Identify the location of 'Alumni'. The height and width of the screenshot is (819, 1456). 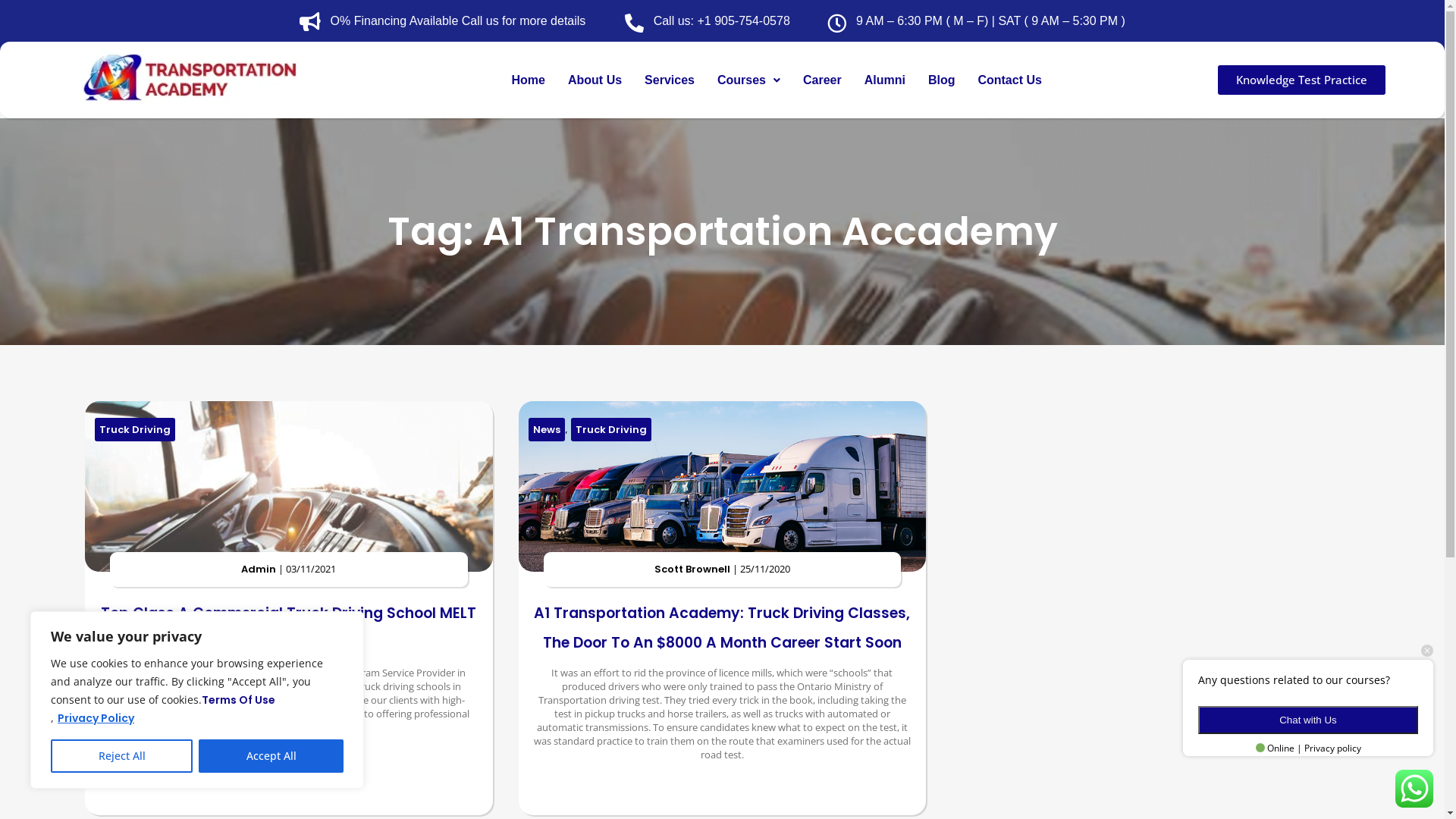
(884, 79).